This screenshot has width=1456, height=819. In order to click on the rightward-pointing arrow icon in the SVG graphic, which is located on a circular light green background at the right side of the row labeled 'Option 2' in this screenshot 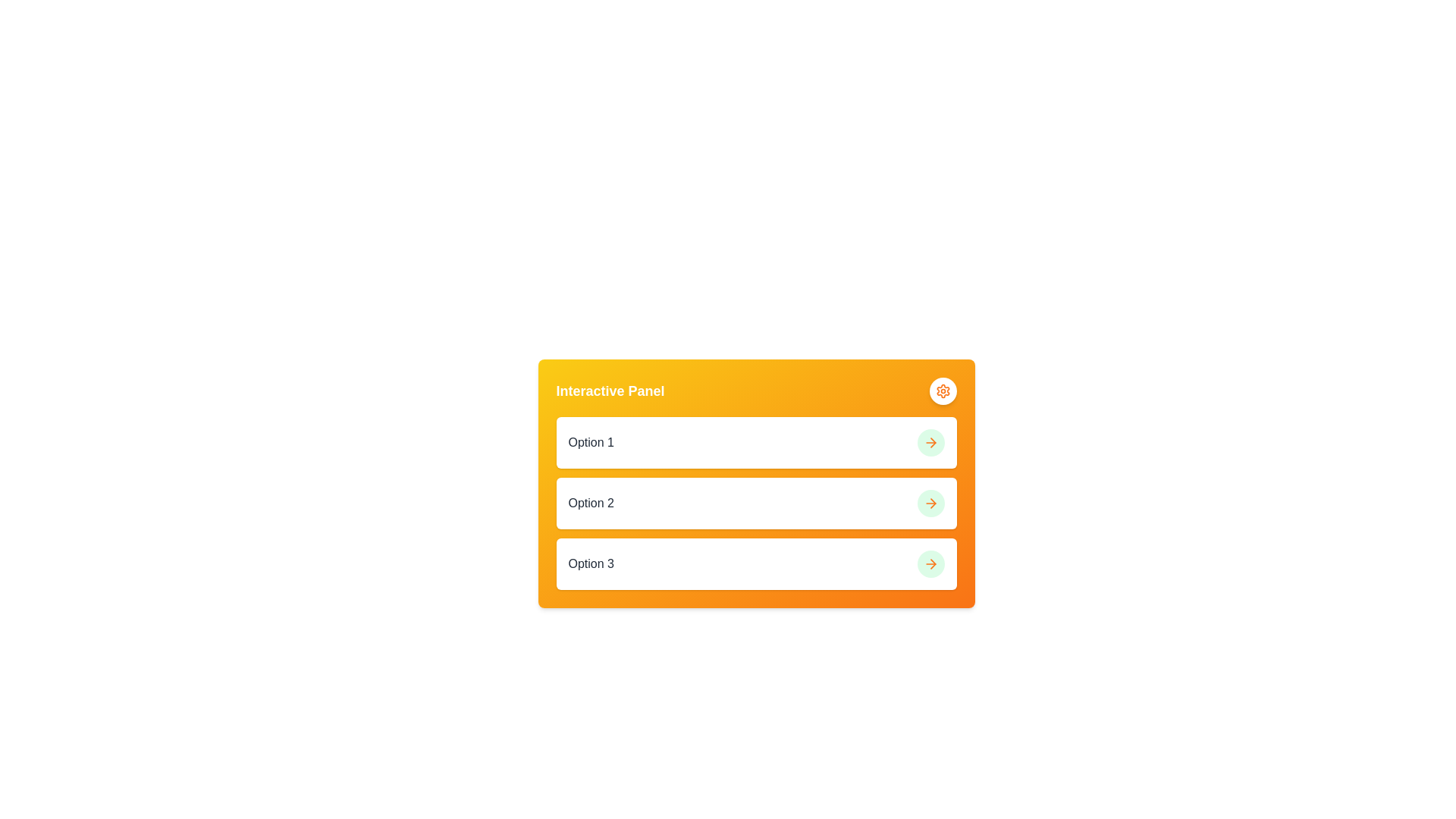, I will do `click(932, 503)`.